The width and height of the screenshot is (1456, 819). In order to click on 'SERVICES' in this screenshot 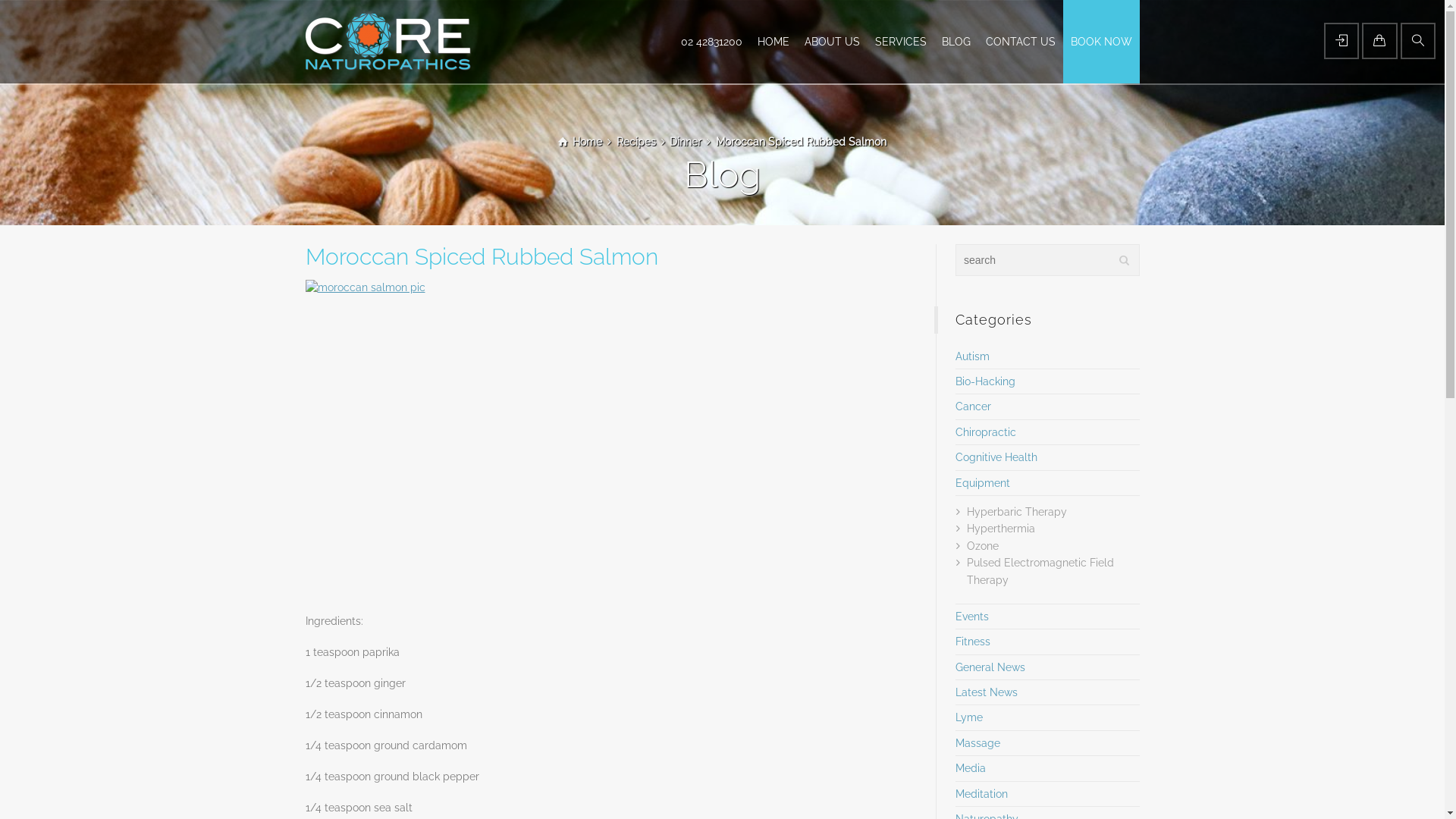, I will do `click(901, 40)`.